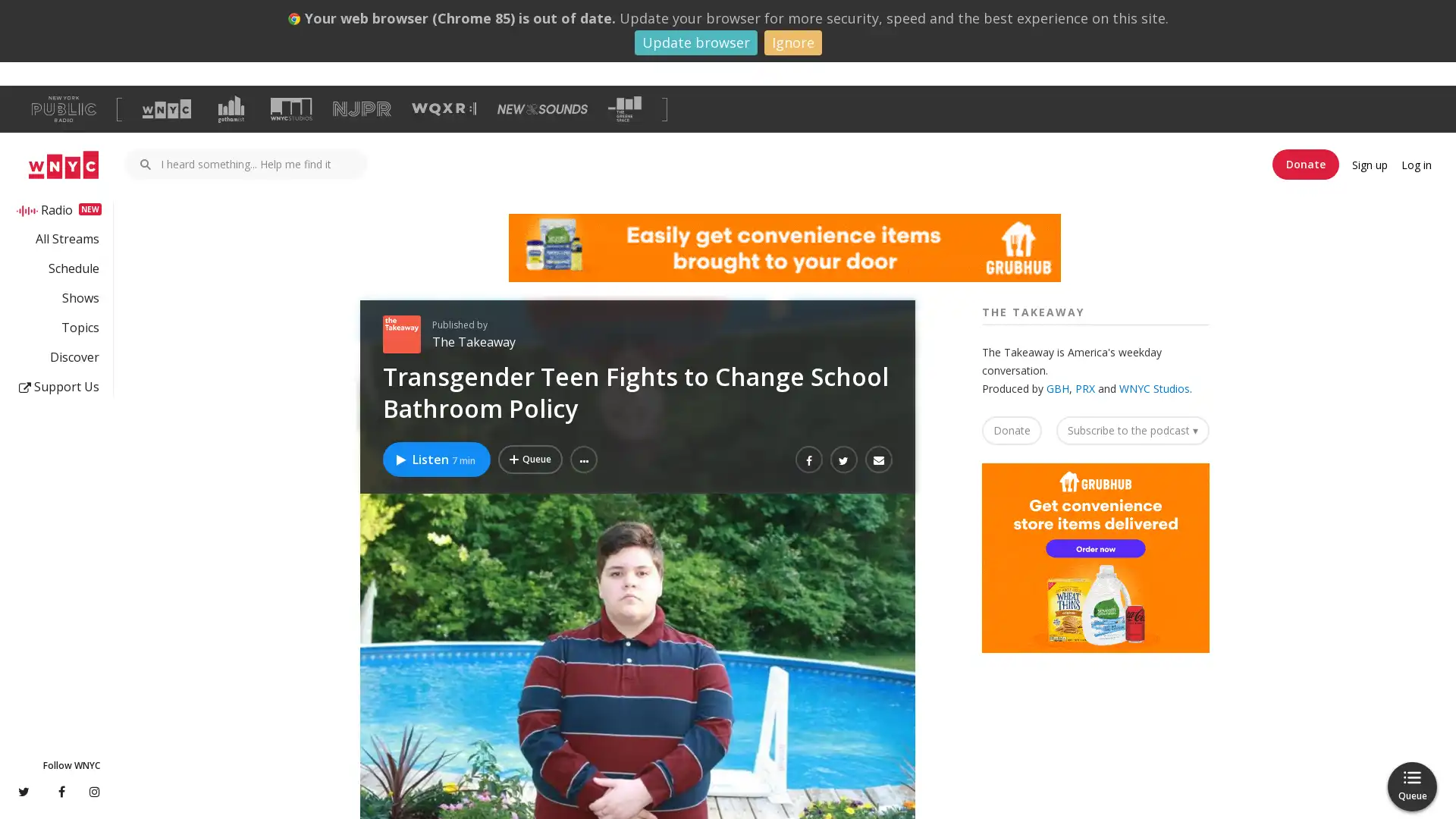 Image resolution: width=1456 pixels, height=819 pixels. I want to click on Listen to Transgender Teen Fights to Change School Bathroom Policy, so click(436, 458).